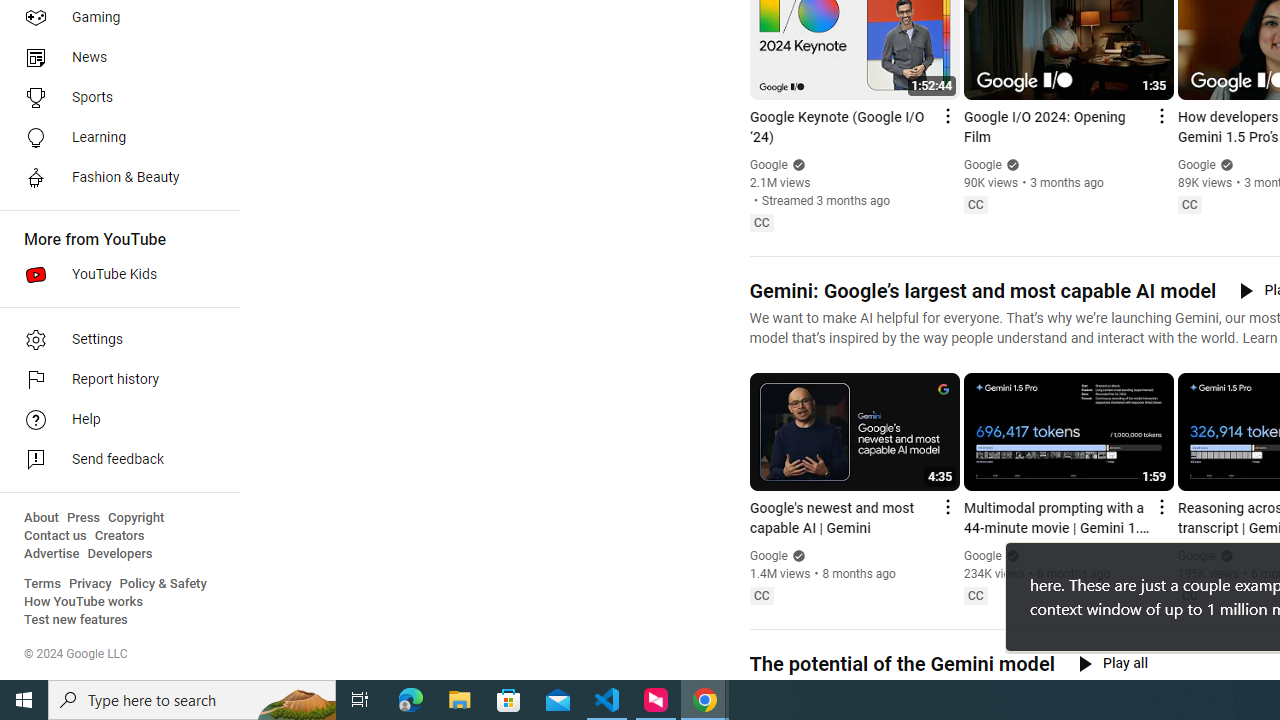  I want to click on 'Sports', so click(112, 97).